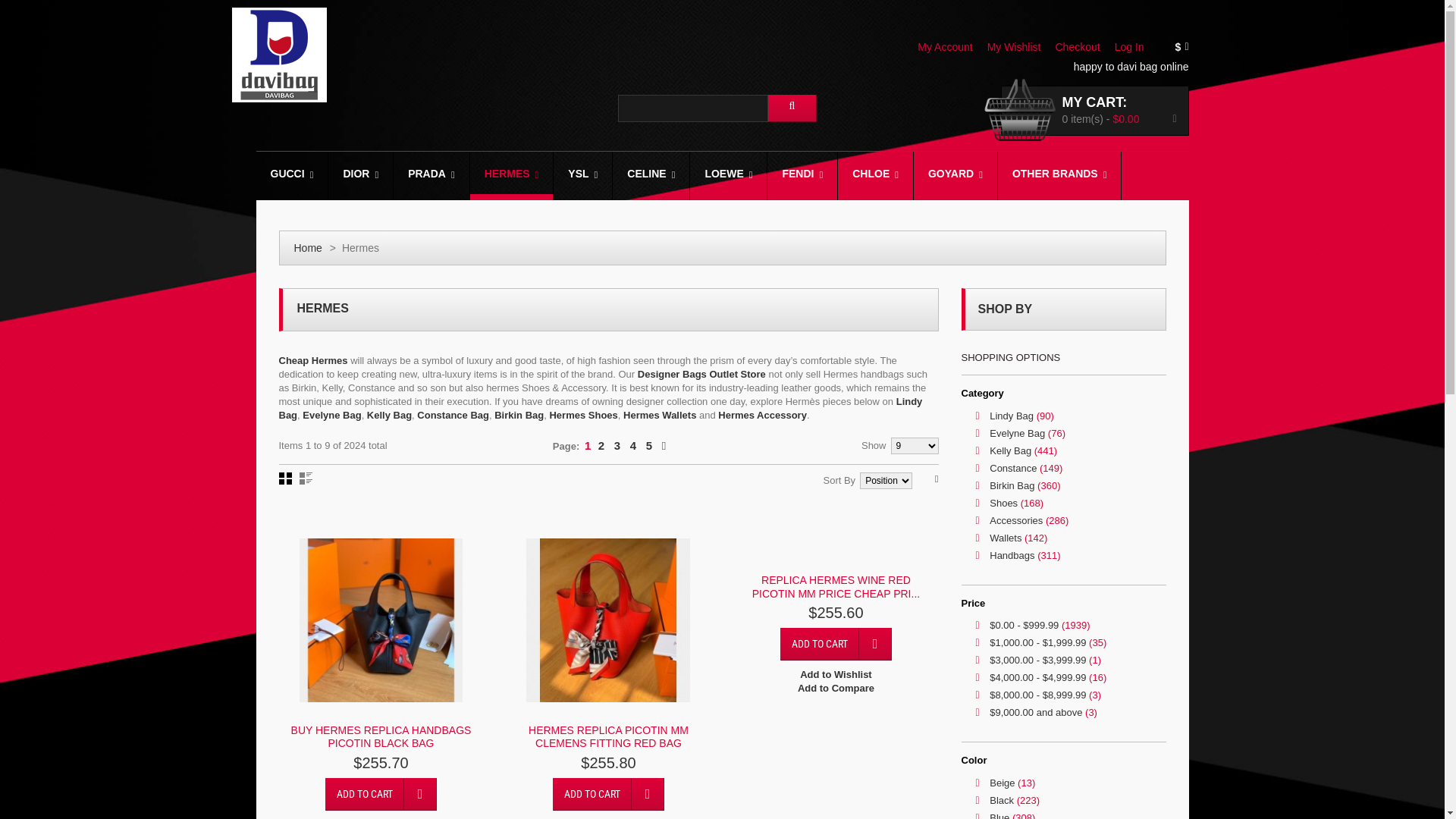  Describe the element at coordinates (512, 174) in the screenshot. I see `'HERMES'` at that location.